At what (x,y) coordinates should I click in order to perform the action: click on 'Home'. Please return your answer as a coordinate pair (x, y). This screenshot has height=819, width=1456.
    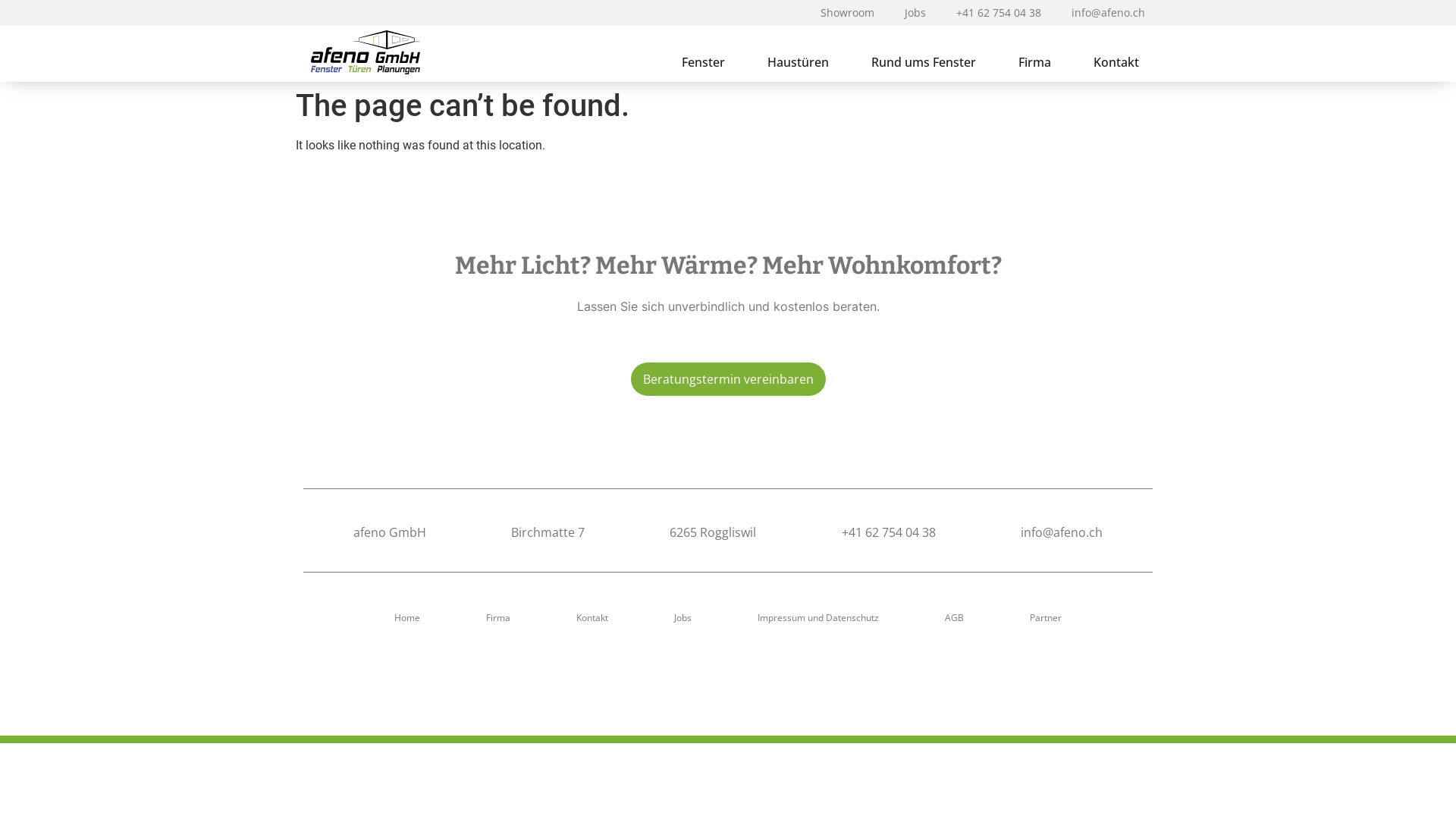
    Looking at the image, I should click on (407, 617).